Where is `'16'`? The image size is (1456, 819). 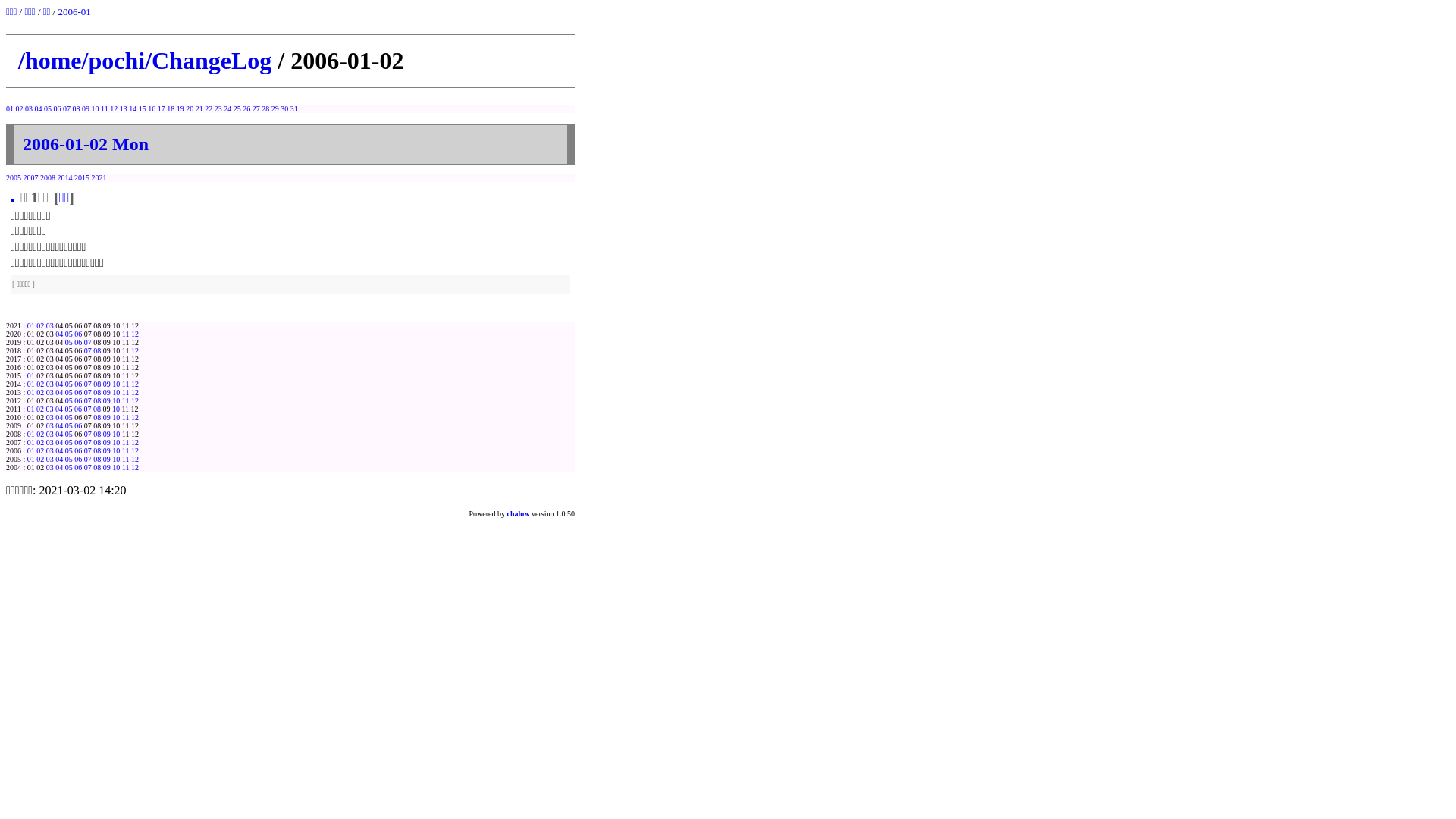 '16' is located at coordinates (152, 108).